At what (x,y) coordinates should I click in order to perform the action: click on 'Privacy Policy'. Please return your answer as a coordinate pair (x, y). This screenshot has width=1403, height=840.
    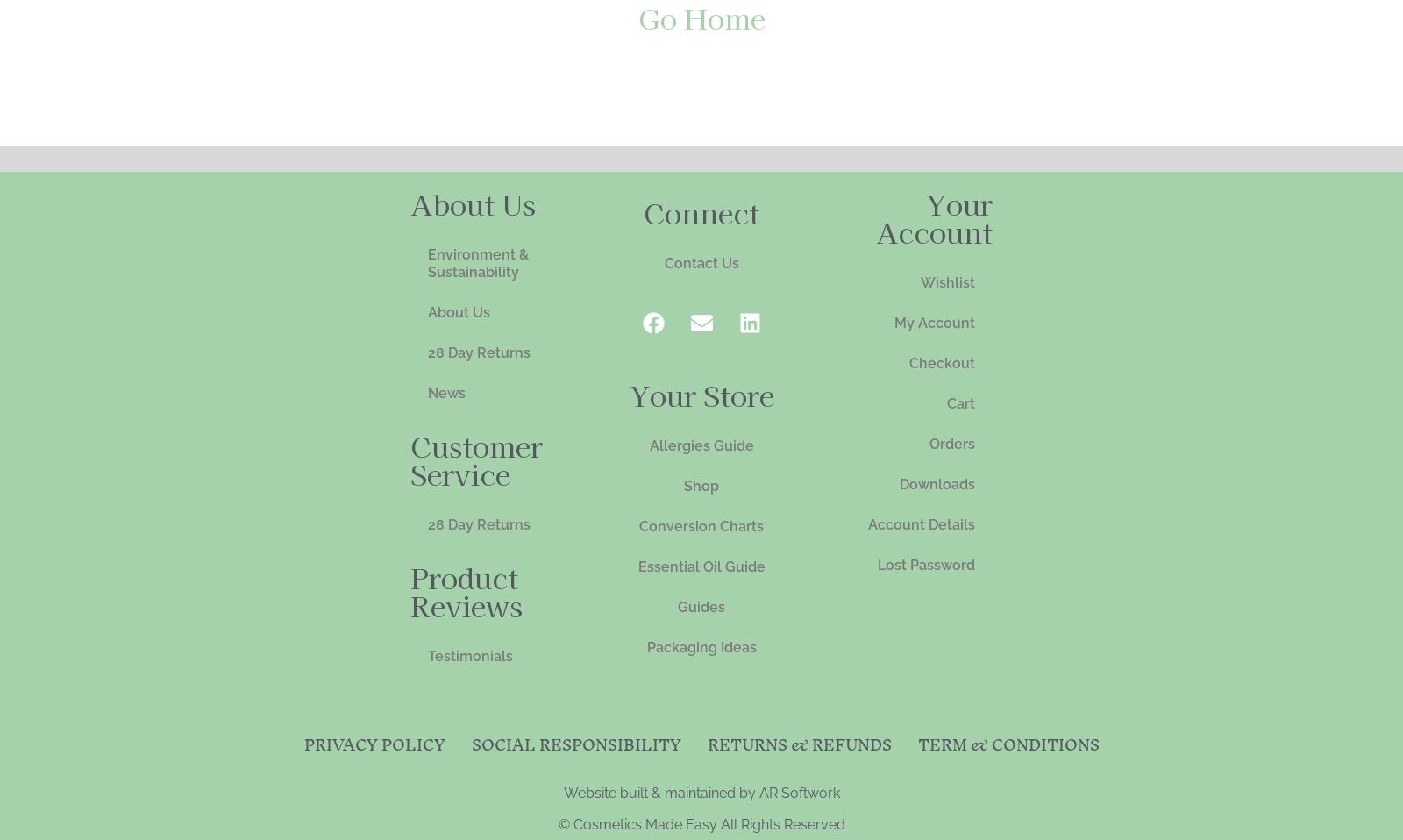
    Looking at the image, I should click on (373, 743).